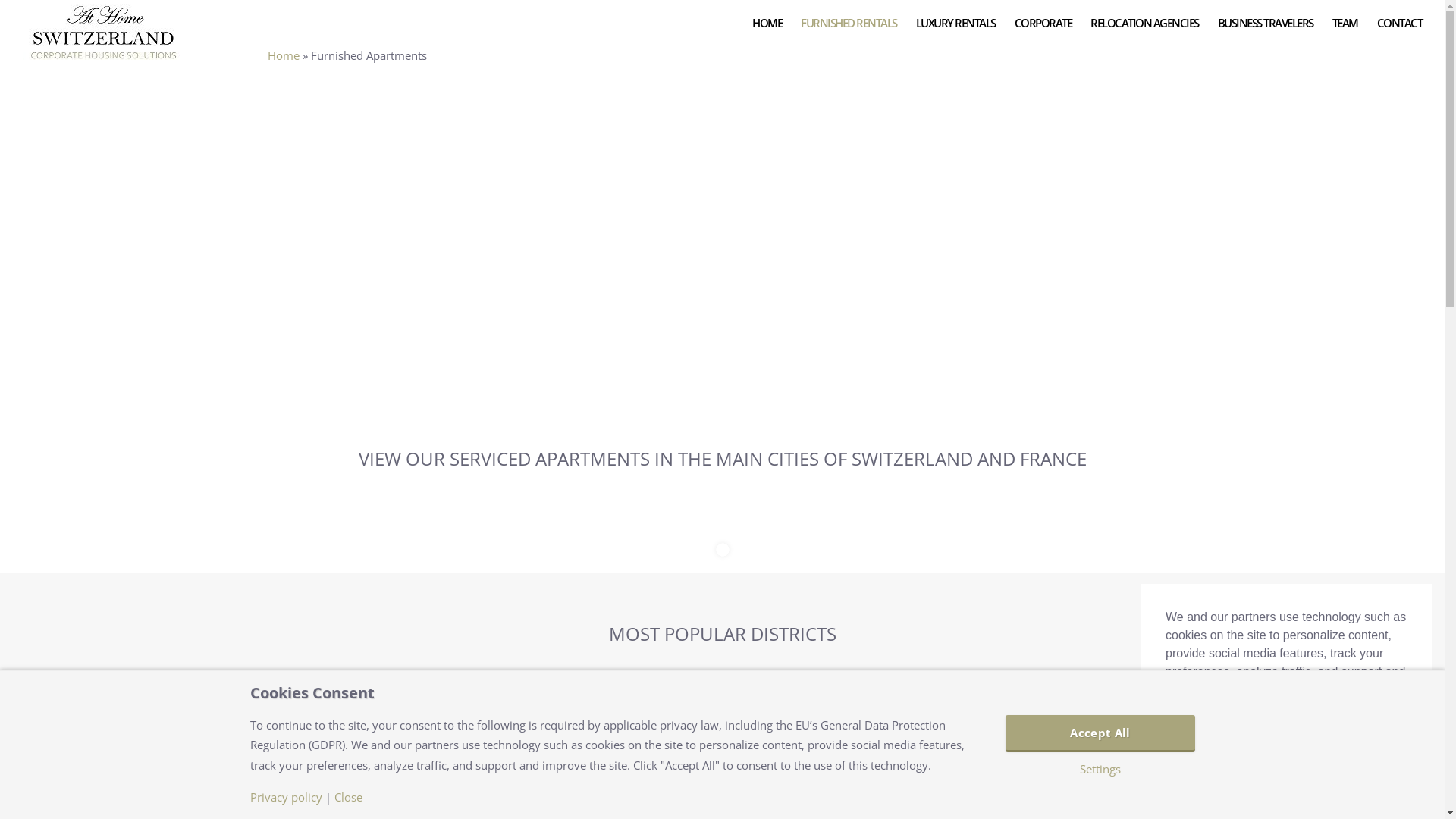 Image resolution: width=1456 pixels, height=819 pixels. I want to click on 'Home', so click(283, 55).